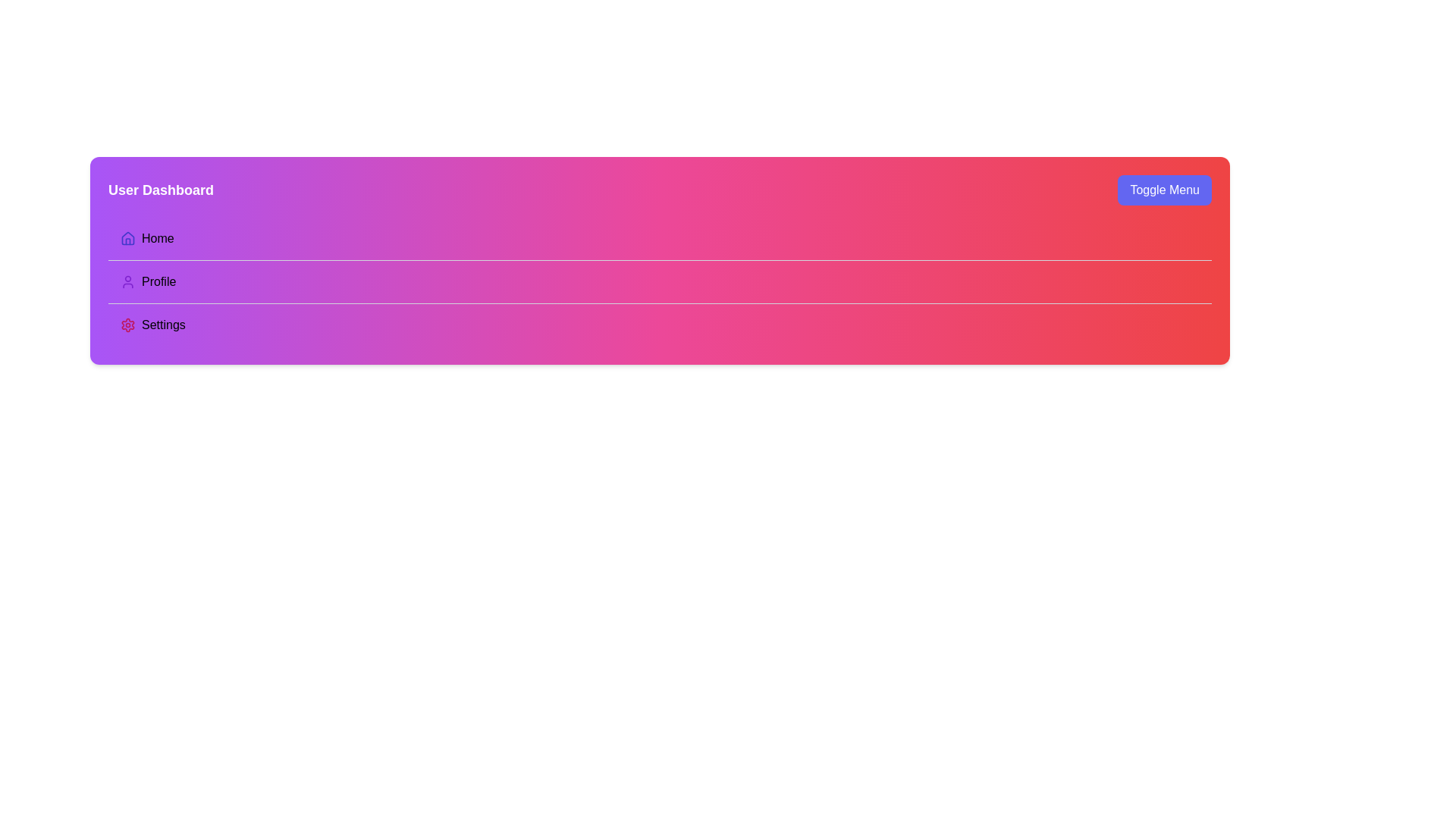 The image size is (1456, 819). Describe the element at coordinates (660, 281) in the screenshot. I see `the 'Profile' navigation button` at that location.